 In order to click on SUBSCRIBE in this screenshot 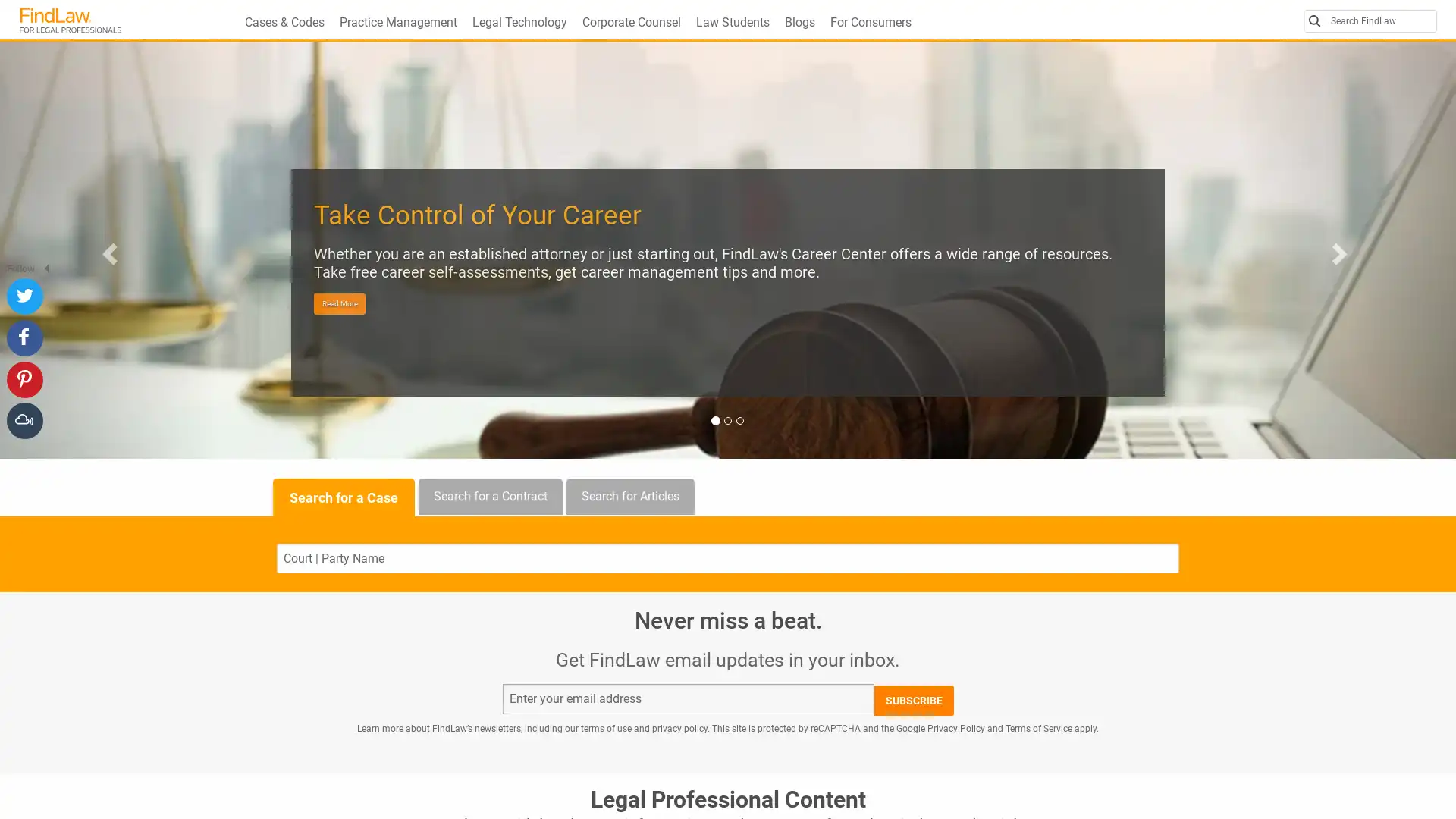, I will do `click(912, 701)`.